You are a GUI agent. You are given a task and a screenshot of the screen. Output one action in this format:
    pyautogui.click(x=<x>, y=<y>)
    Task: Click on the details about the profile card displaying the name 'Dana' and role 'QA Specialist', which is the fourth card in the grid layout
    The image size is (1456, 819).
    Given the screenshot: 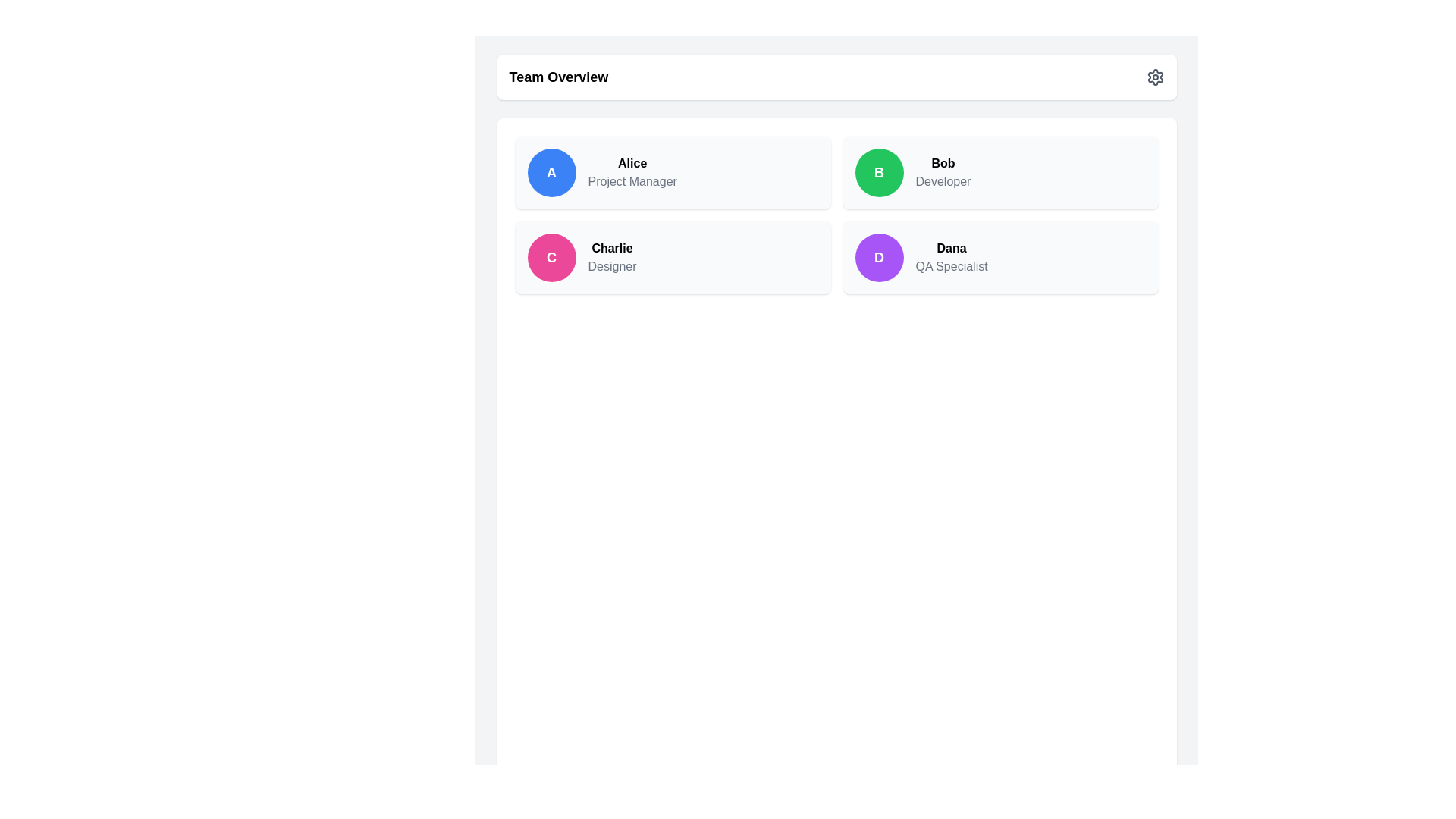 What is the action you would take?
    pyautogui.click(x=1000, y=256)
    